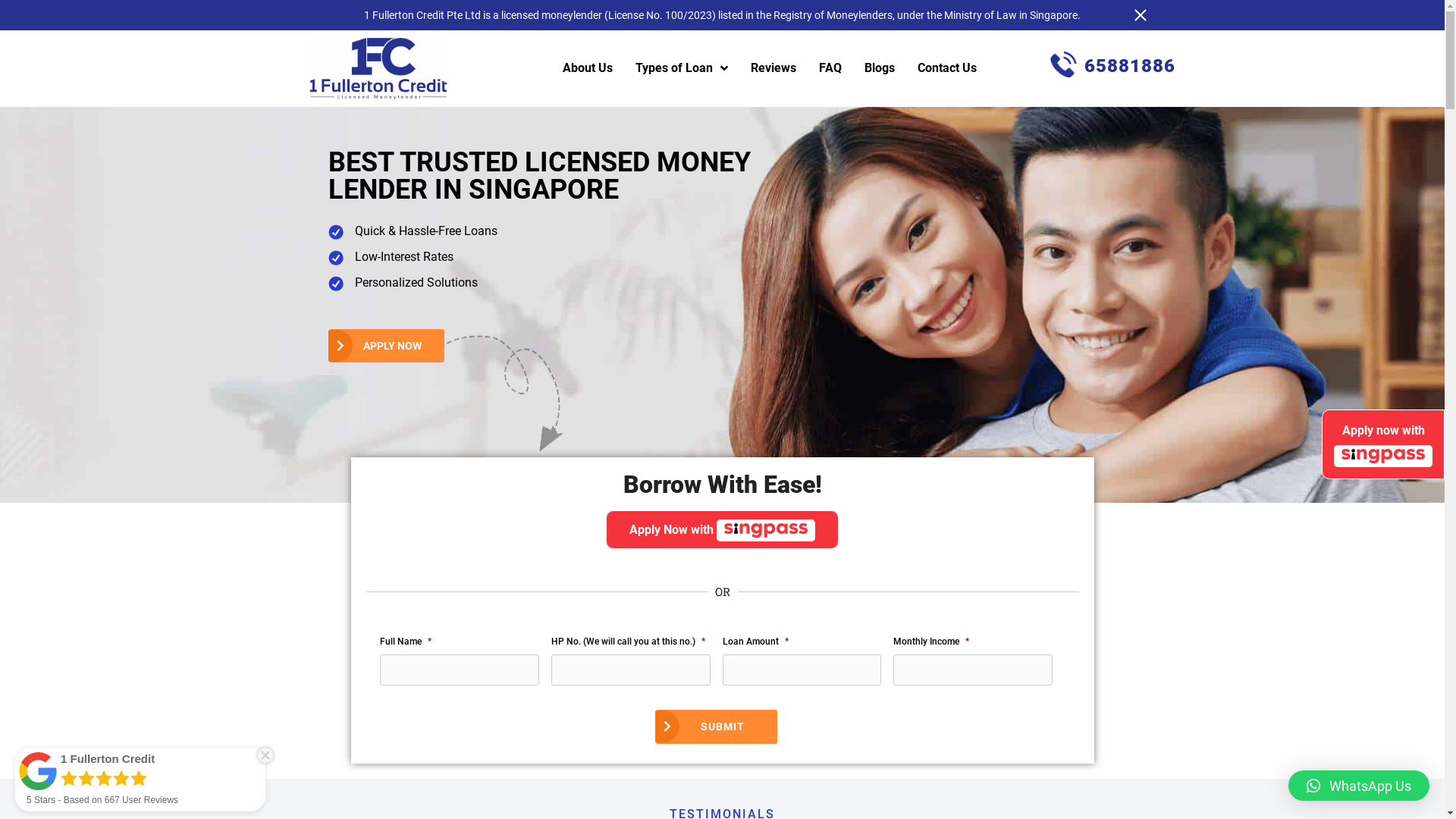 The image size is (1456, 819). Describe the element at coordinates (880, 67) in the screenshot. I see `'Blogs'` at that location.